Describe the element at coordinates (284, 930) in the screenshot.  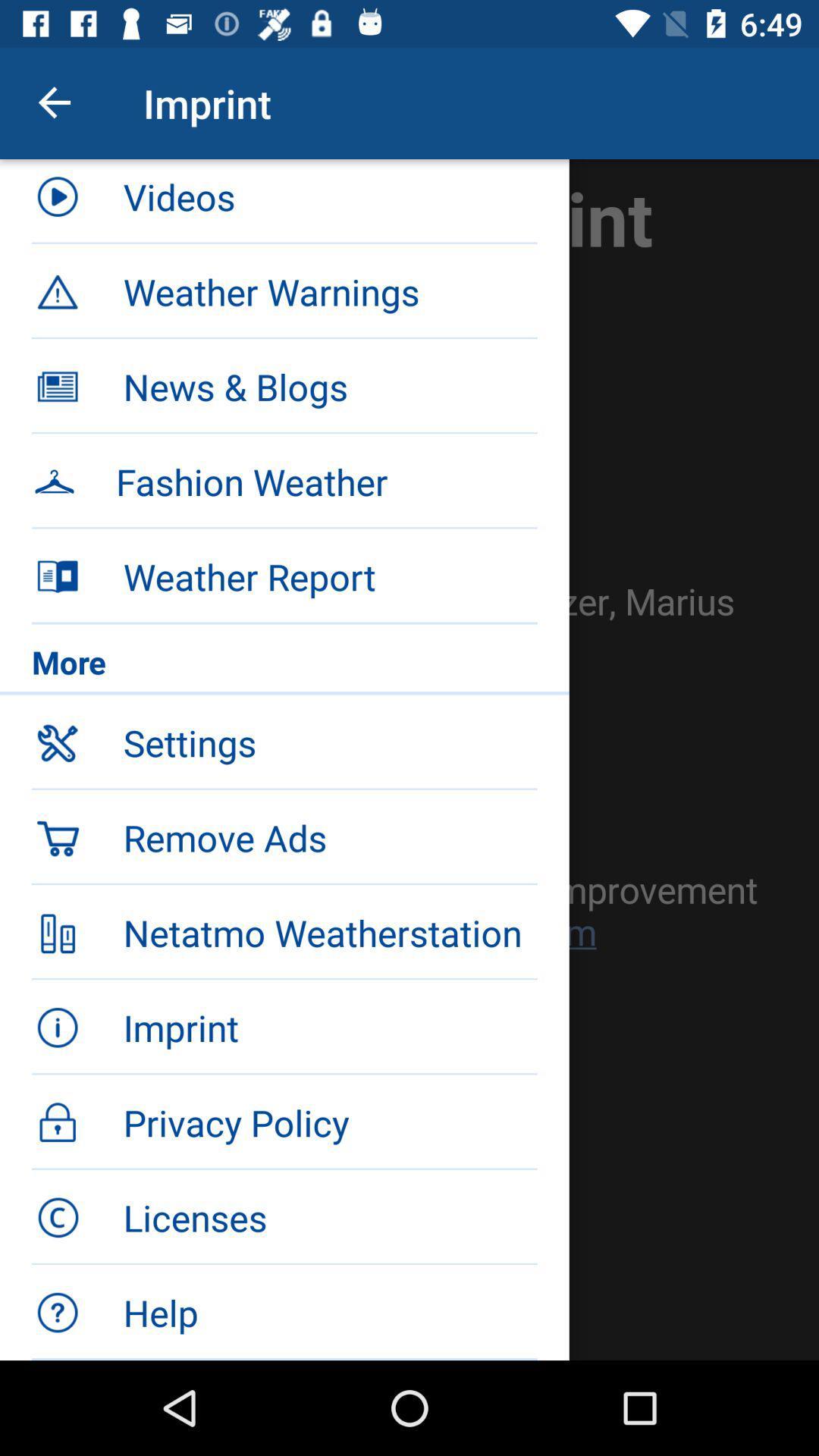
I see `item below the remove ads item` at that location.